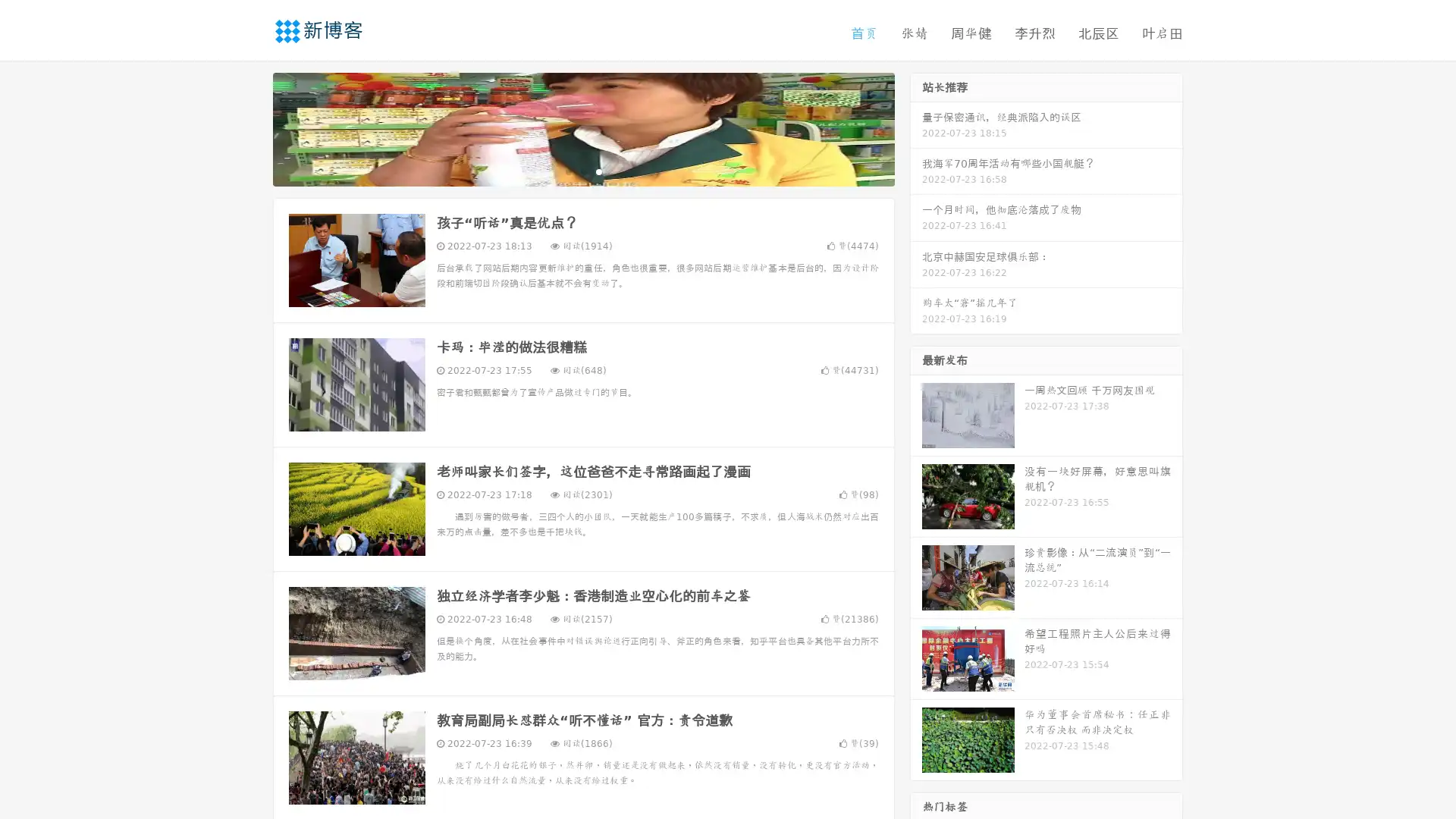 This screenshot has width=1456, height=819. Describe the element at coordinates (598, 171) in the screenshot. I see `Go to slide 3` at that location.